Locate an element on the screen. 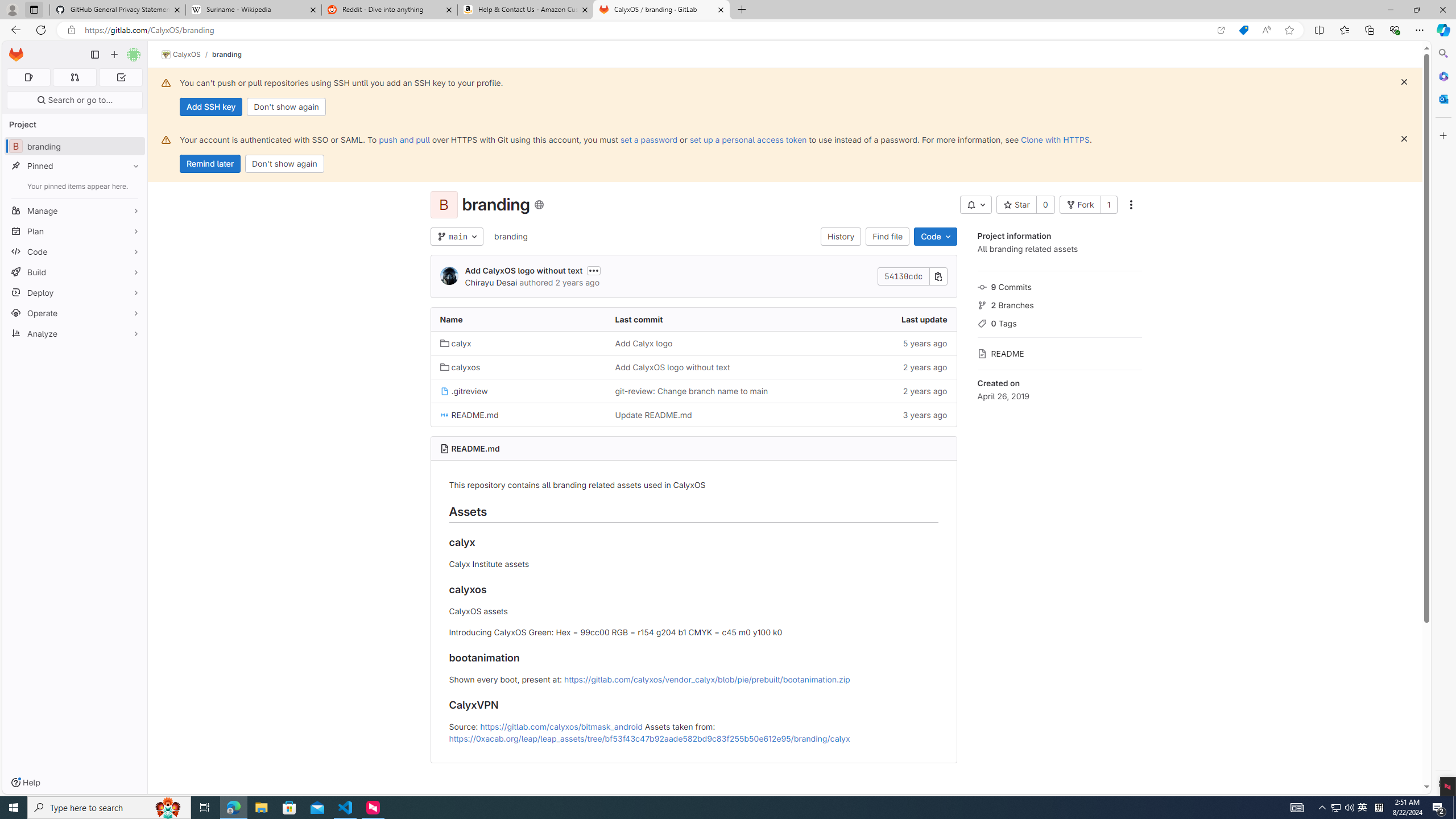  'Update README.md' is located at coordinates (652, 414).